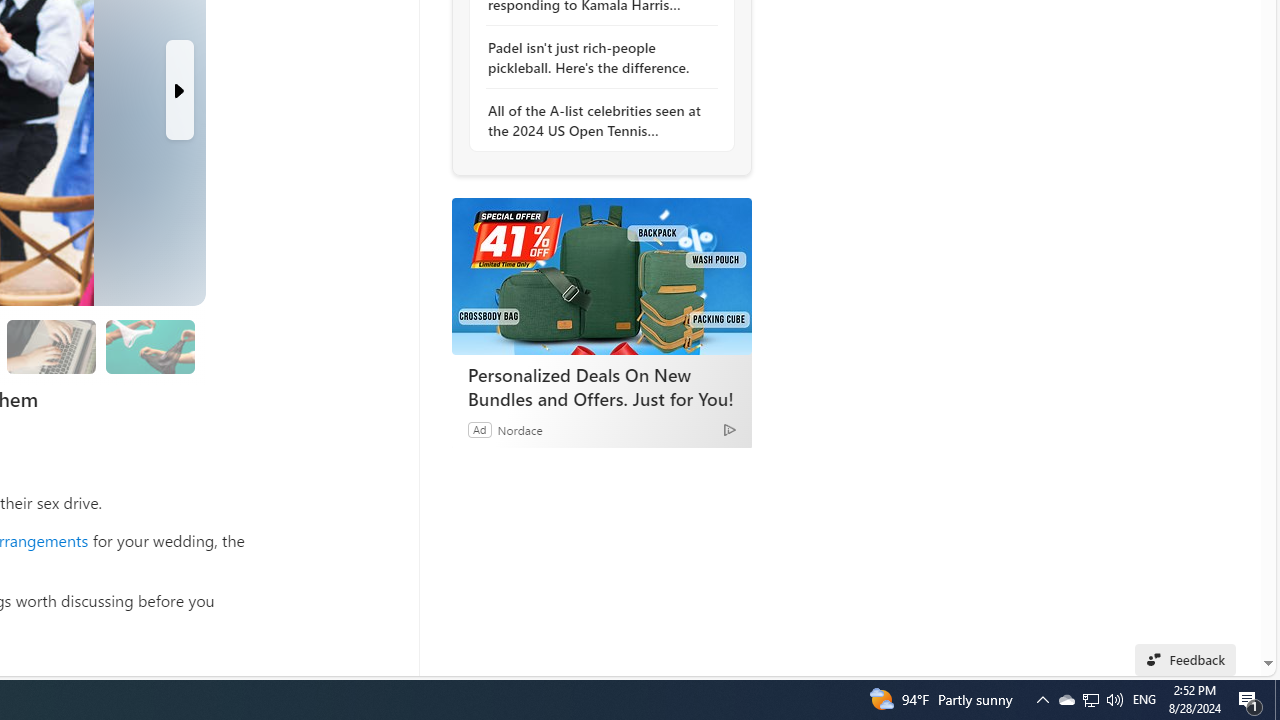 The height and width of the screenshot is (720, 1280). What do you see at coordinates (519, 428) in the screenshot?
I see `'Nordace'` at bounding box center [519, 428].